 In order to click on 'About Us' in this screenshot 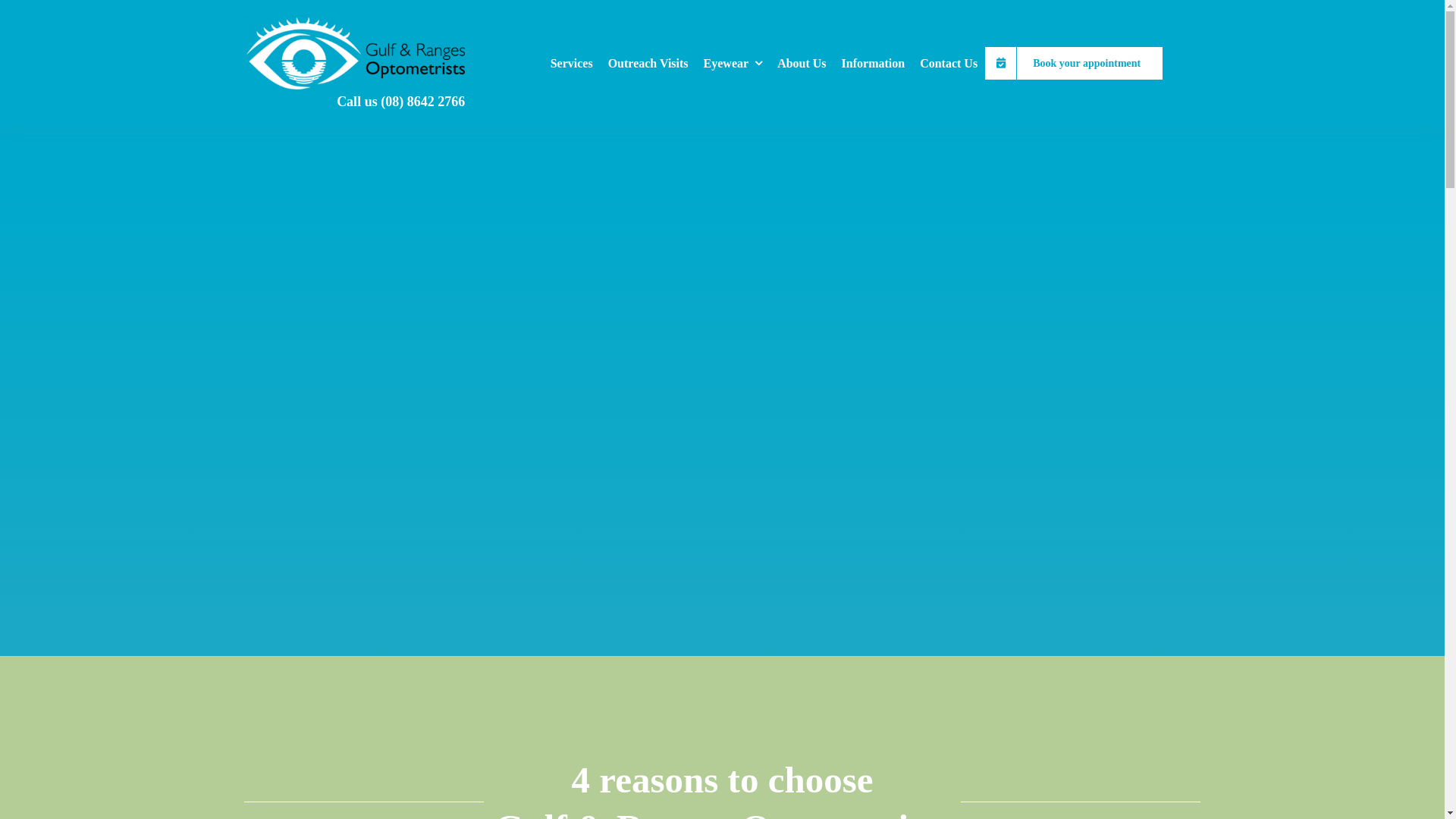, I will do `click(800, 62)`.